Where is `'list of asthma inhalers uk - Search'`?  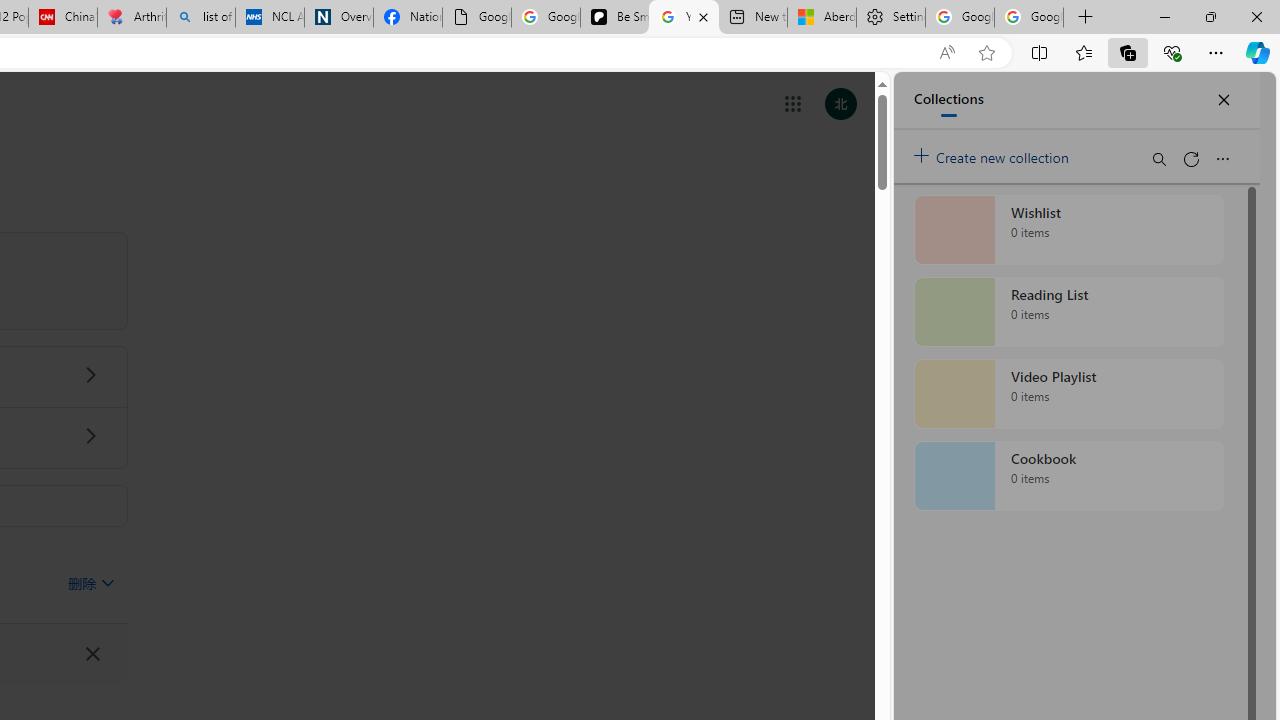
'list of asthma inhalers uk - Search' is located at coordinates (200, 17).